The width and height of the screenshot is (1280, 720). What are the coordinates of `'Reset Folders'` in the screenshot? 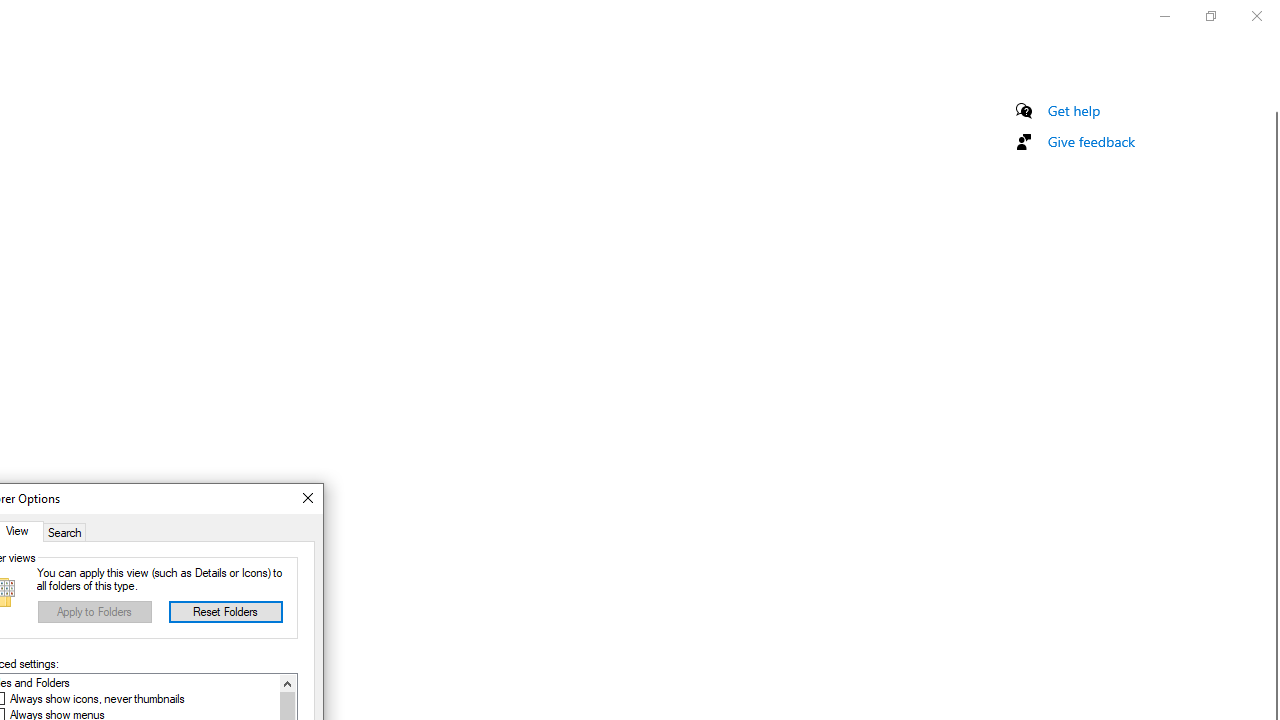 It's located at (225, 611).